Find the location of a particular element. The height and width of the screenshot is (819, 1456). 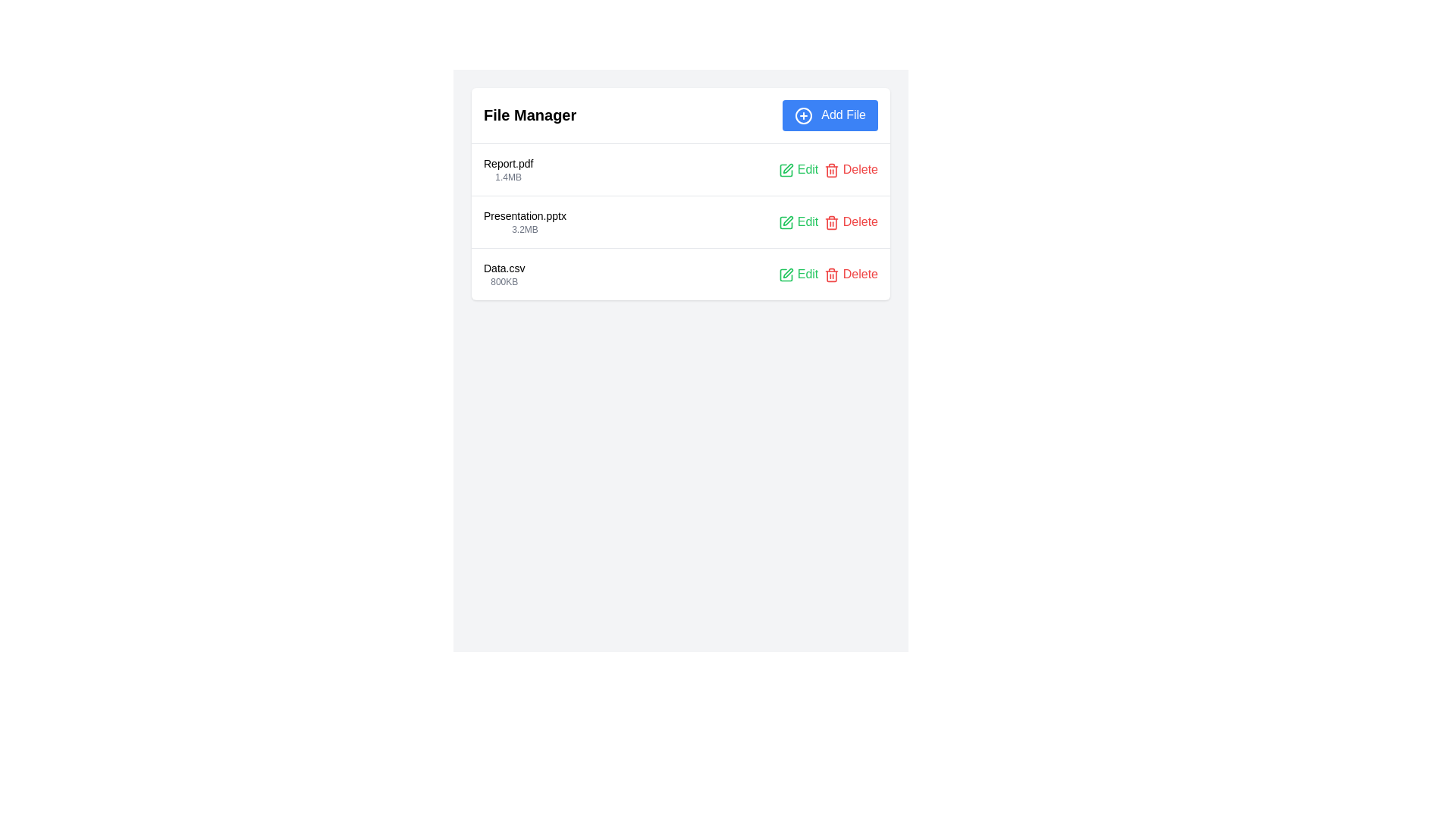

the circular '+' icon with a blue border and white background located in the top-right of the interface, adjacent to the 'File Manager' heading is located at coordinates (802, 115).